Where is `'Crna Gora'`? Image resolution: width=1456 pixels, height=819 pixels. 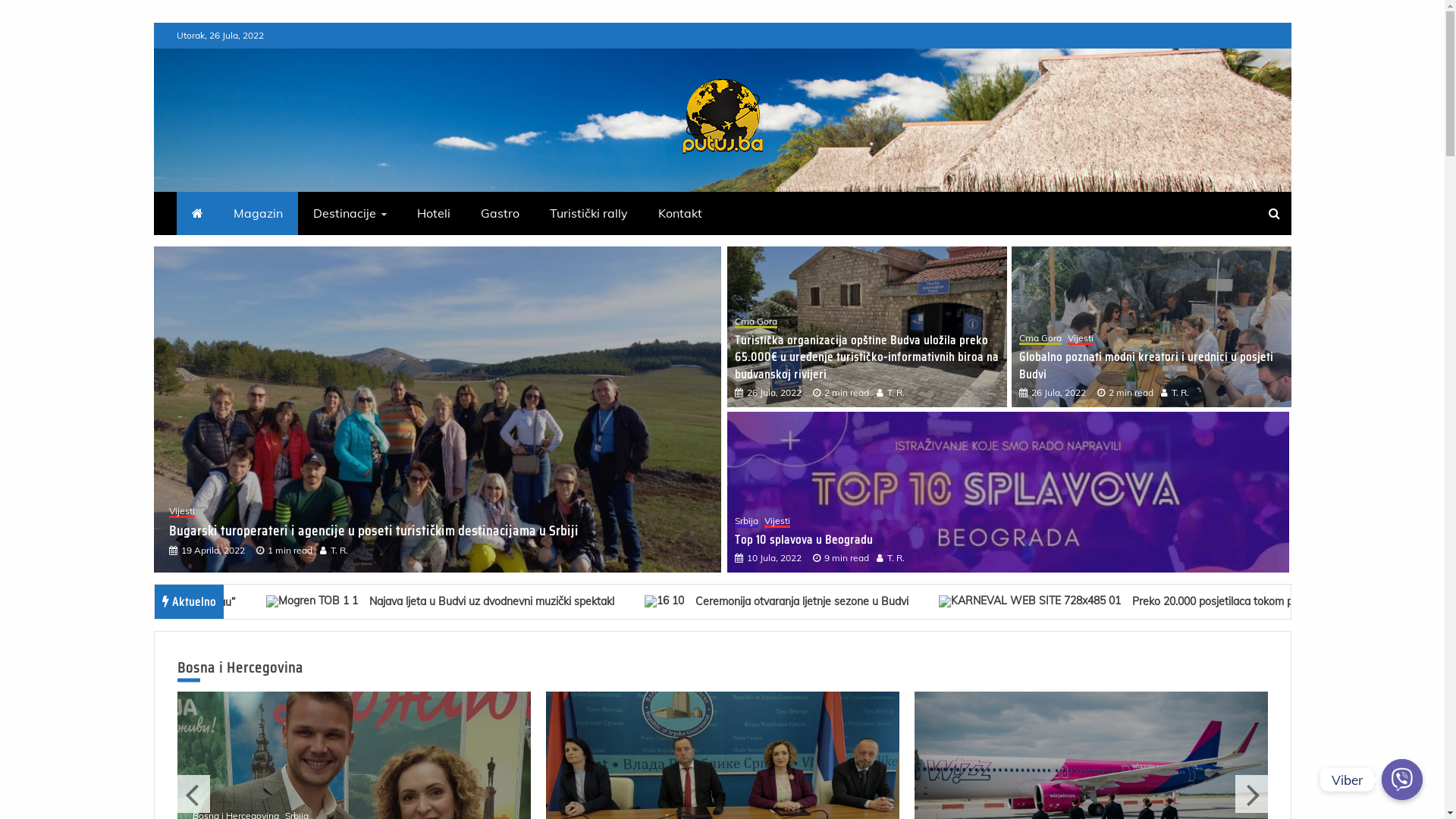
'Crna Gora' is located at coordinates (1040, 338).